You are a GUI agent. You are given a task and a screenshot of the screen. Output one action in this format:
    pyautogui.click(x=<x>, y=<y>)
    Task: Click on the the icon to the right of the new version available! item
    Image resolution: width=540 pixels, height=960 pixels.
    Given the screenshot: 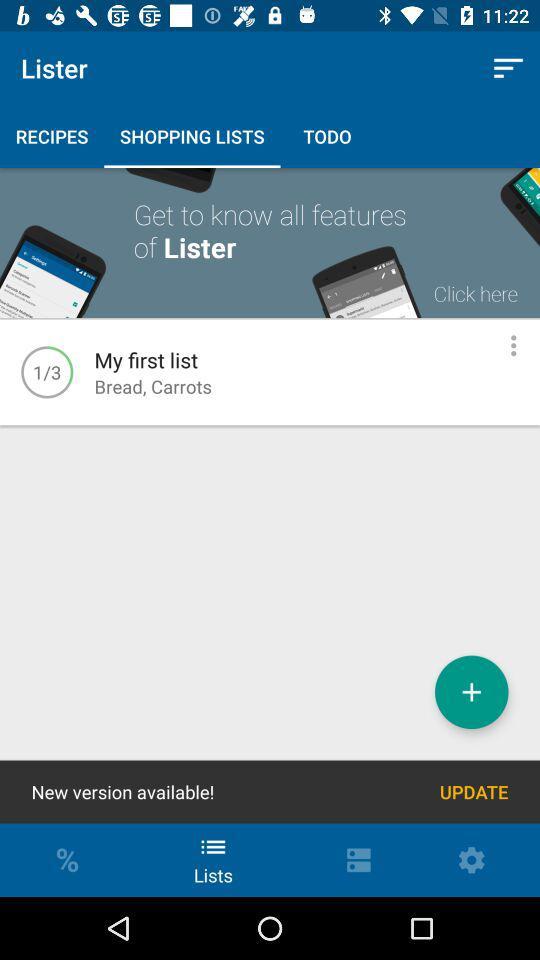 What is the action you would take?
    pyautogui.click(x=473, y=792)
    